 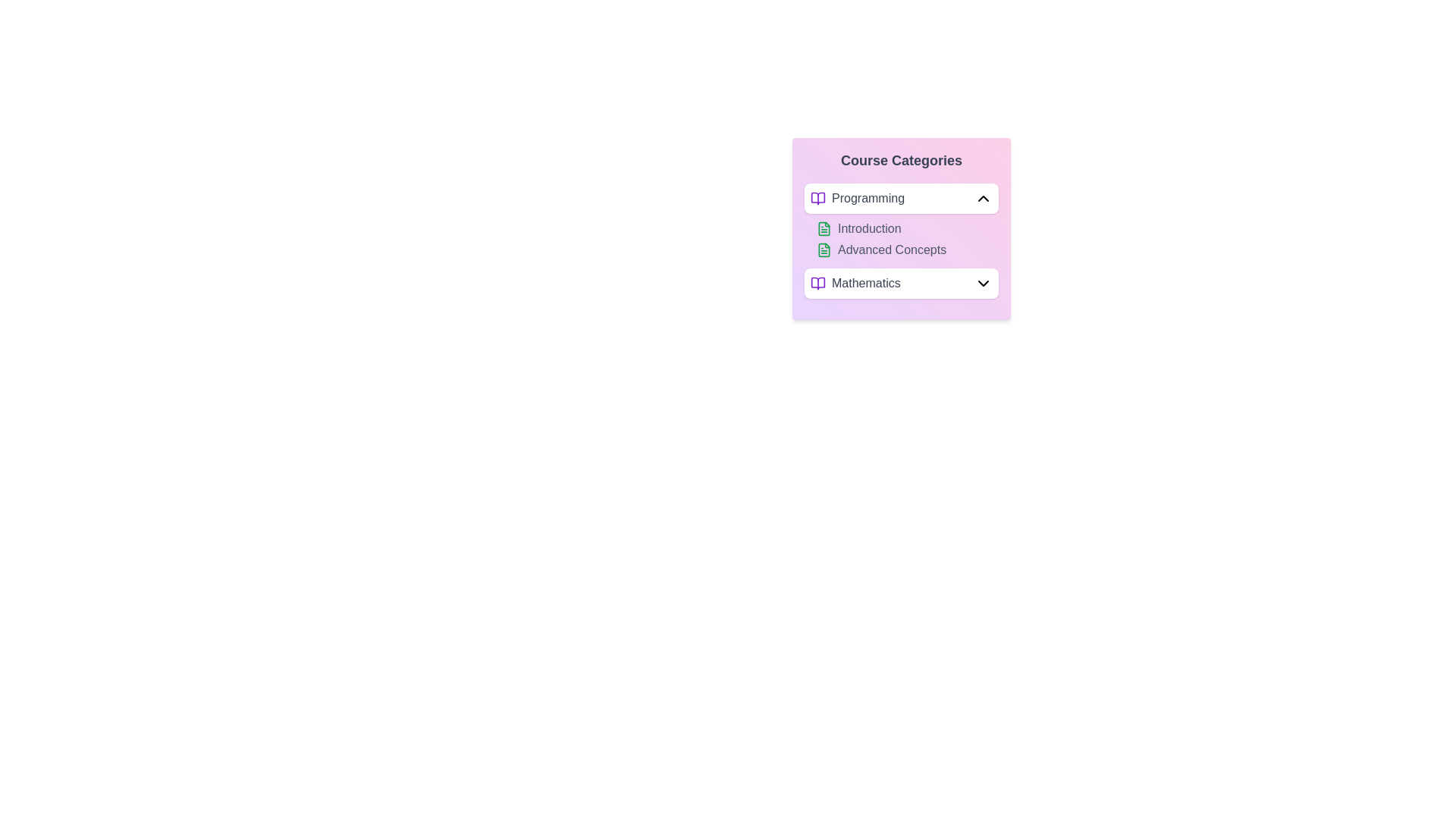 What do you see at coordinates (902, 198) in the screenshot?
I see `the text 'Programming' to select it` at bounding box center [902, 198].